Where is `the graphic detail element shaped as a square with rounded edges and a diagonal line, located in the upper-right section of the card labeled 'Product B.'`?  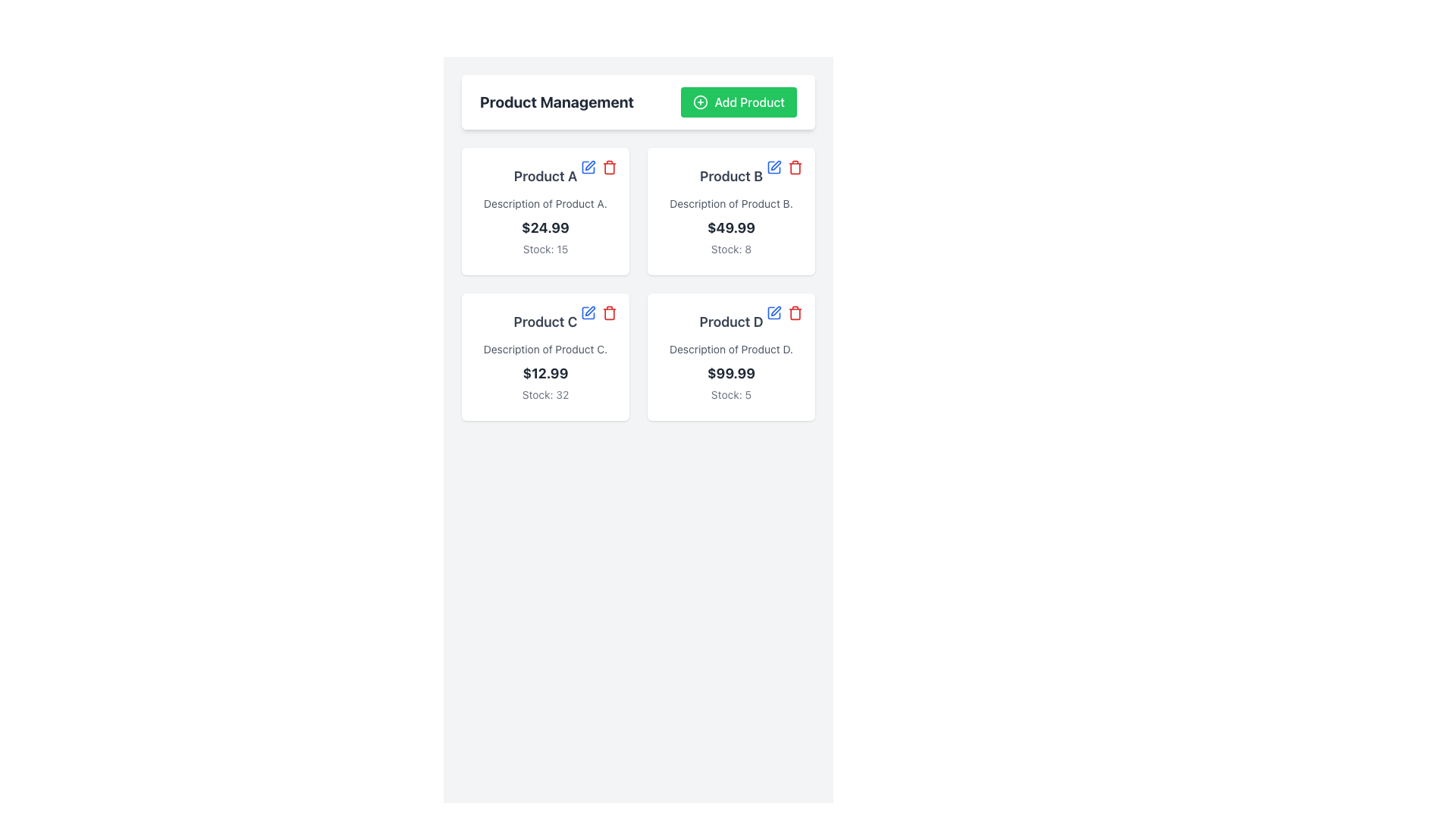 the graphic detail element shaped as a square with rounded edges and a diagonal line, located in the upper-right section of the card labeled 'Product B.' is located at coordinates (774, 167).